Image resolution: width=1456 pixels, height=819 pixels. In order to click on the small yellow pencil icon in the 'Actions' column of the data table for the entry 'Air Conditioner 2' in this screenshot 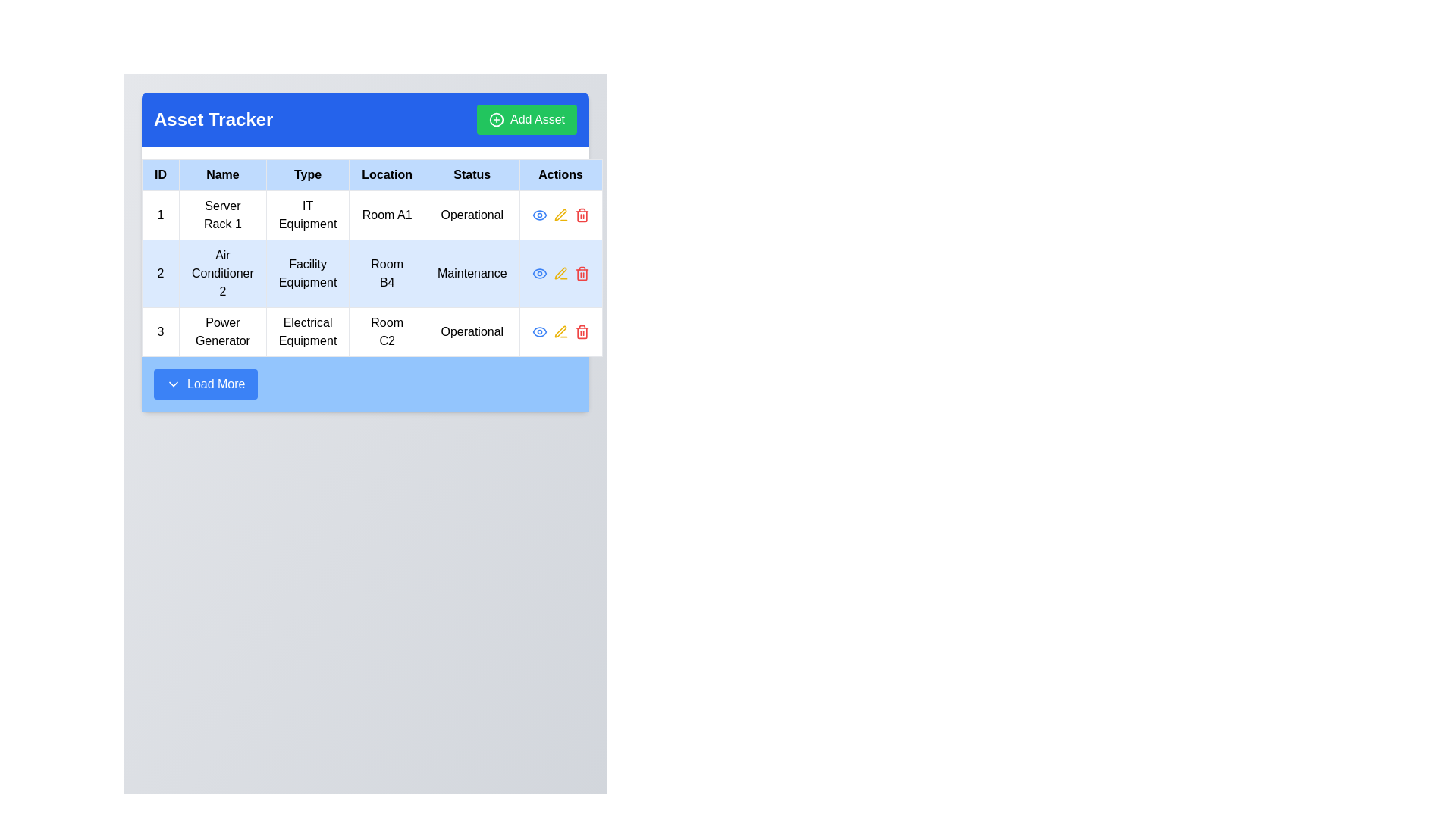, I will do `click(560, 273)`.